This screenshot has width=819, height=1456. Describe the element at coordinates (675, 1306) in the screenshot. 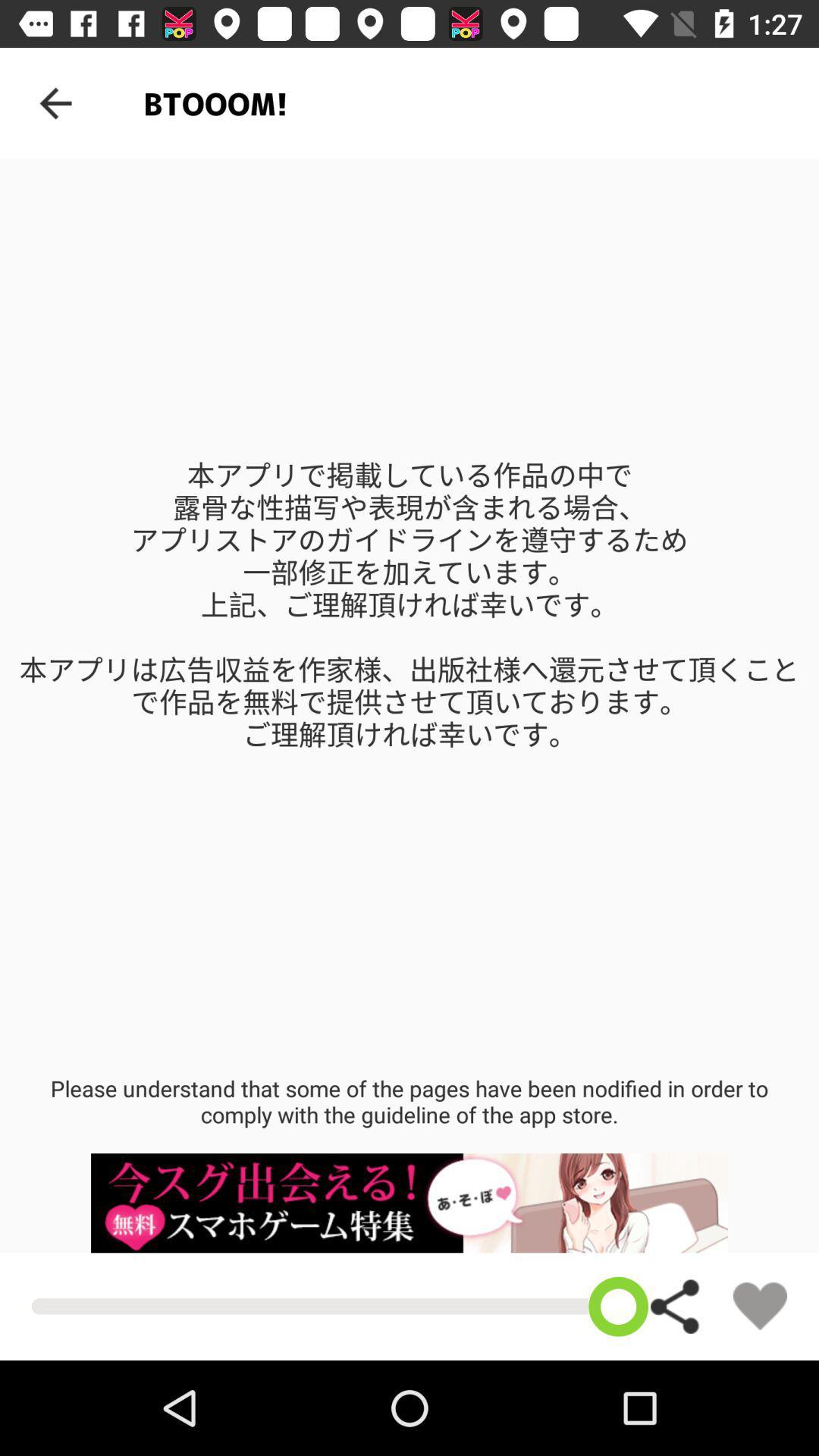

I see `share on social media` at that location.